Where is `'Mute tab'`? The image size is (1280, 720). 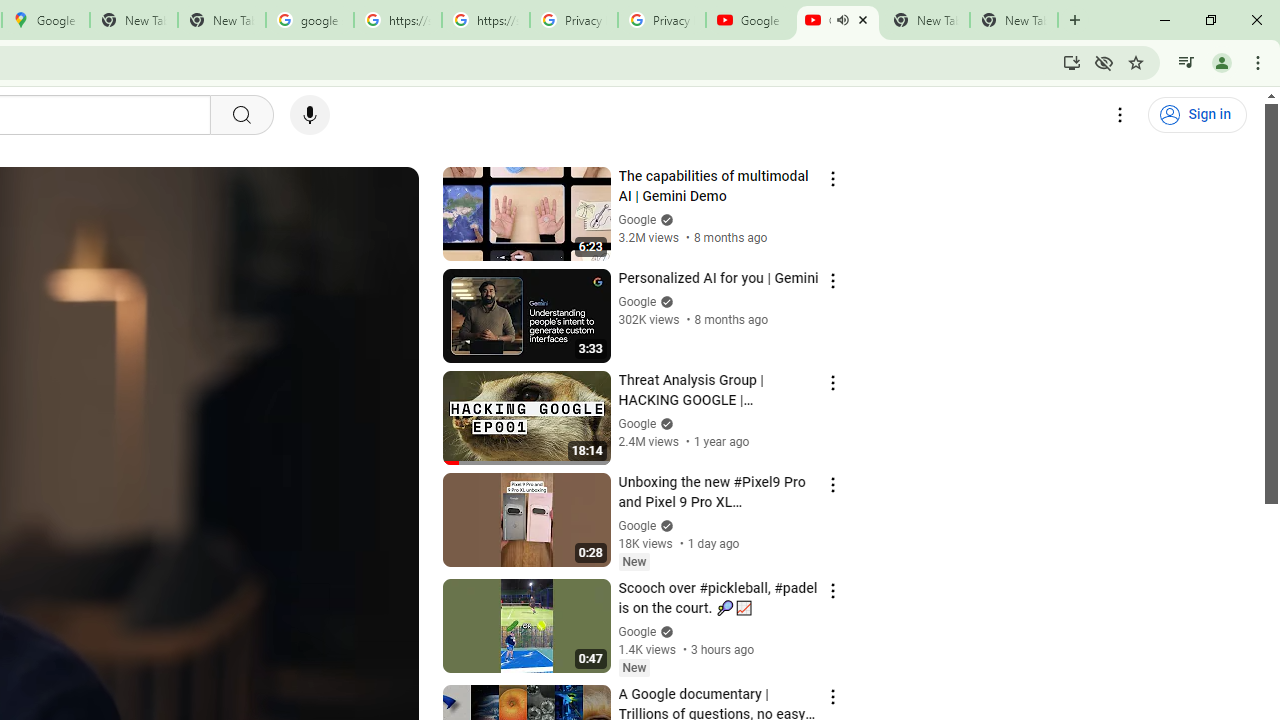 'Mute tab' is located at coordinates (842, 20).